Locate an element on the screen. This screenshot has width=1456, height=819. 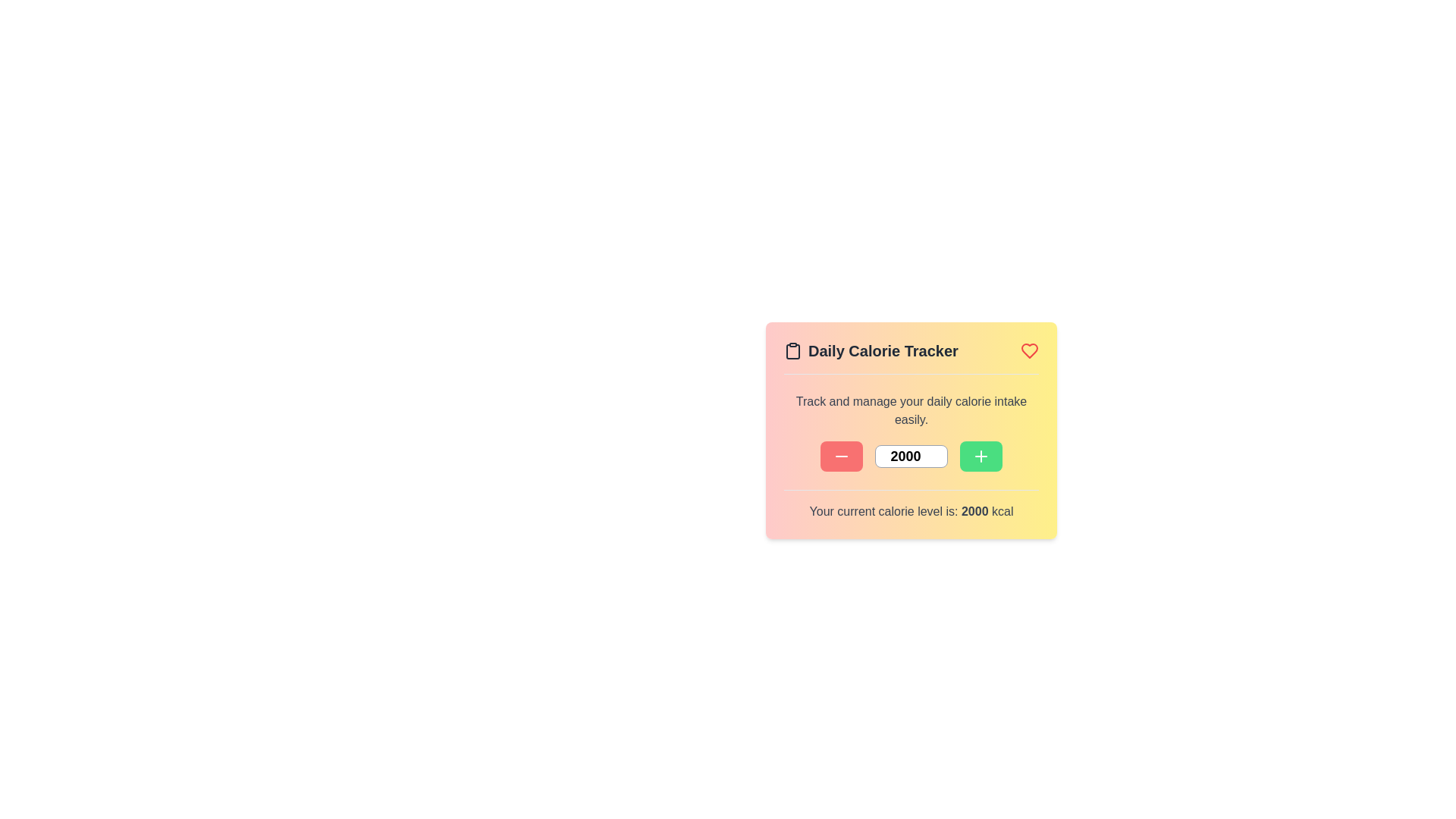
inside the numeric input box for tracking calorie intake levels, located at the center of the 'Daily Calorie Tracker' card is located at coordinates (910, 455).